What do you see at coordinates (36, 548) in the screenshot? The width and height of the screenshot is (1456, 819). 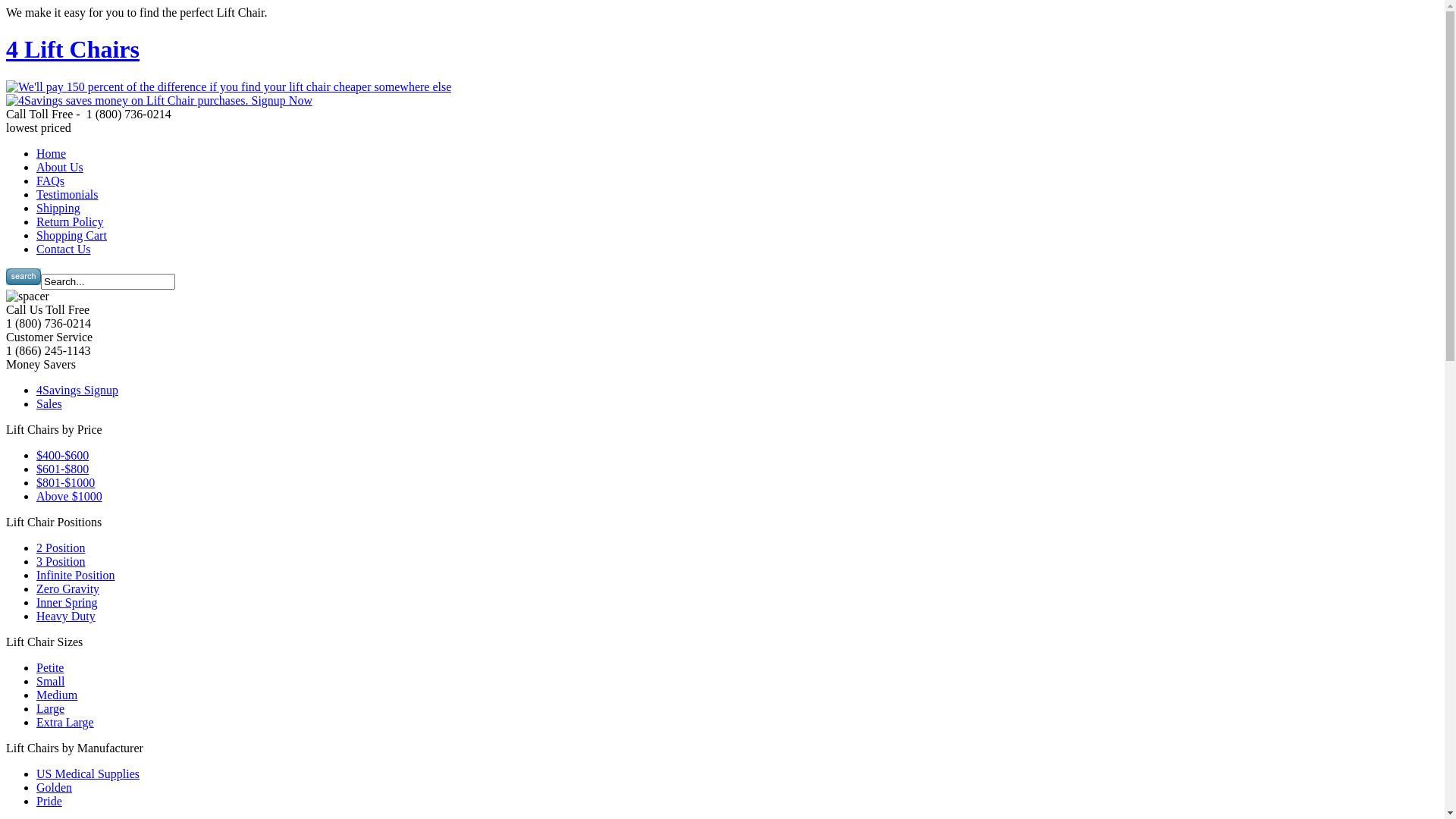 I see `'2 Position'` at bounding box center [36, 548].